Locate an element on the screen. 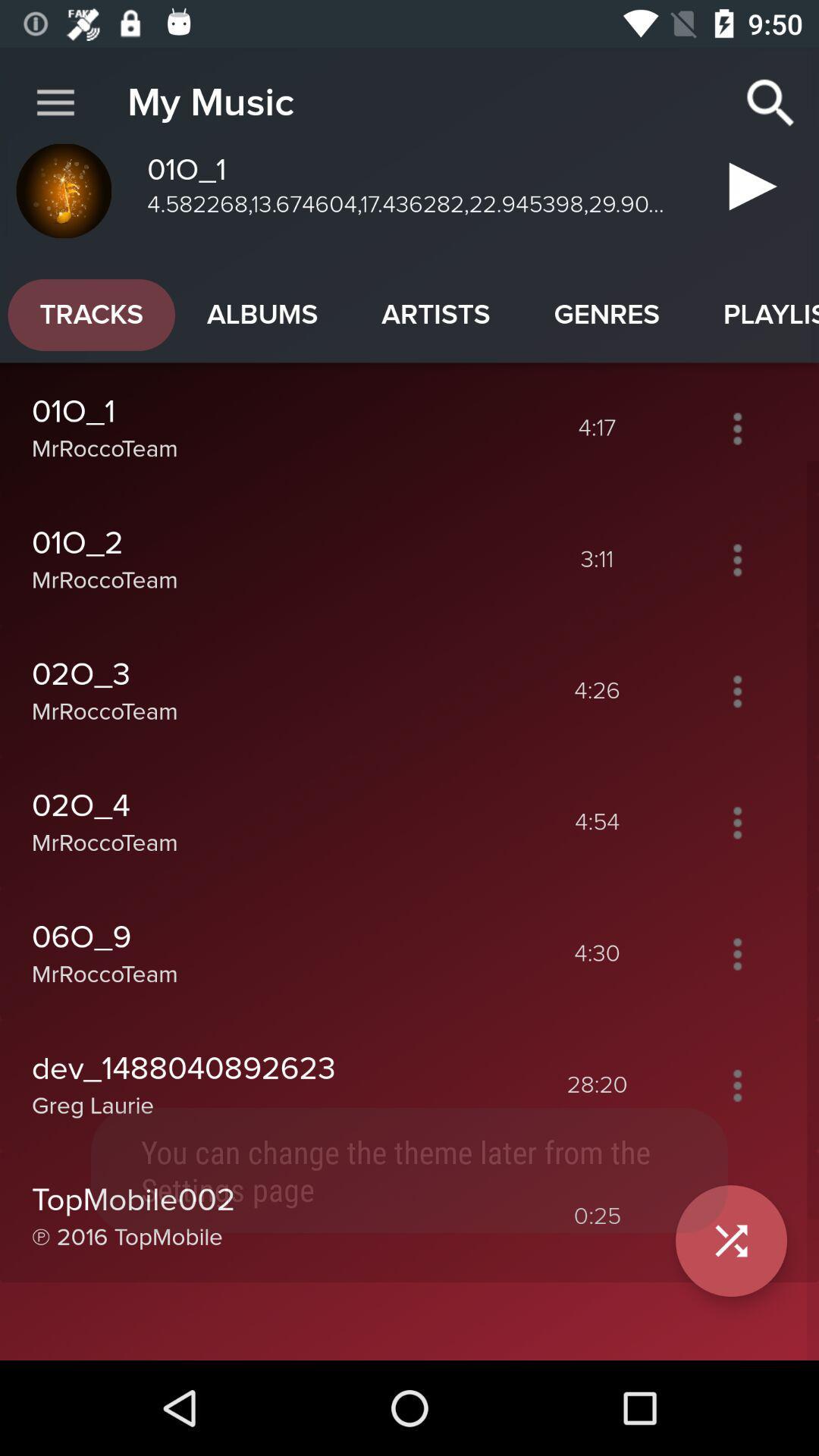 Image resolution: width=819 pixels, height=1456 pixels. playlist is located at coordinates (736, 1084).